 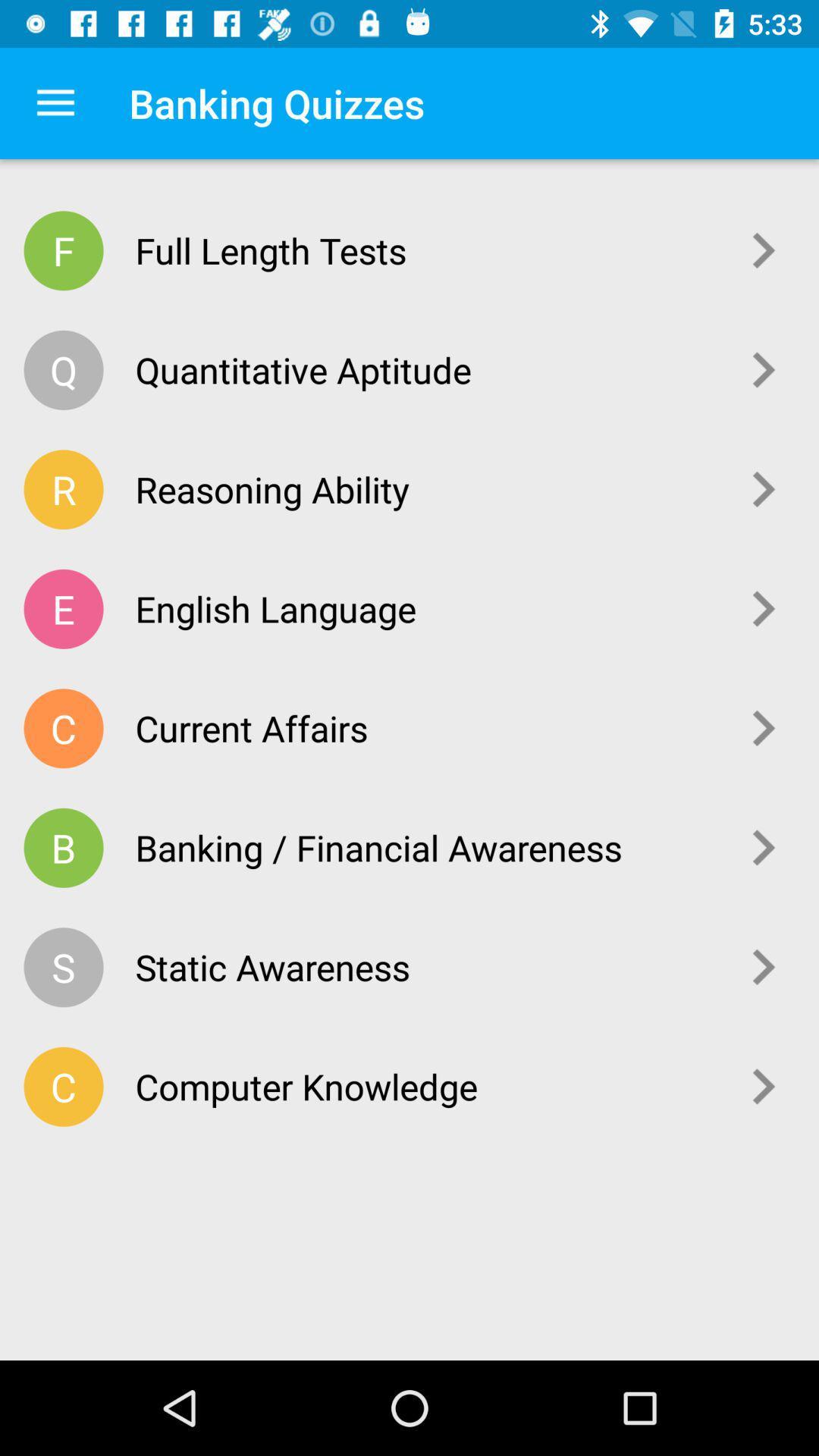 What do you see at coordinates (764, 728) in the screenshot?
I see `the item to the right of the current affairs icon` at bounding box center [764, 728].